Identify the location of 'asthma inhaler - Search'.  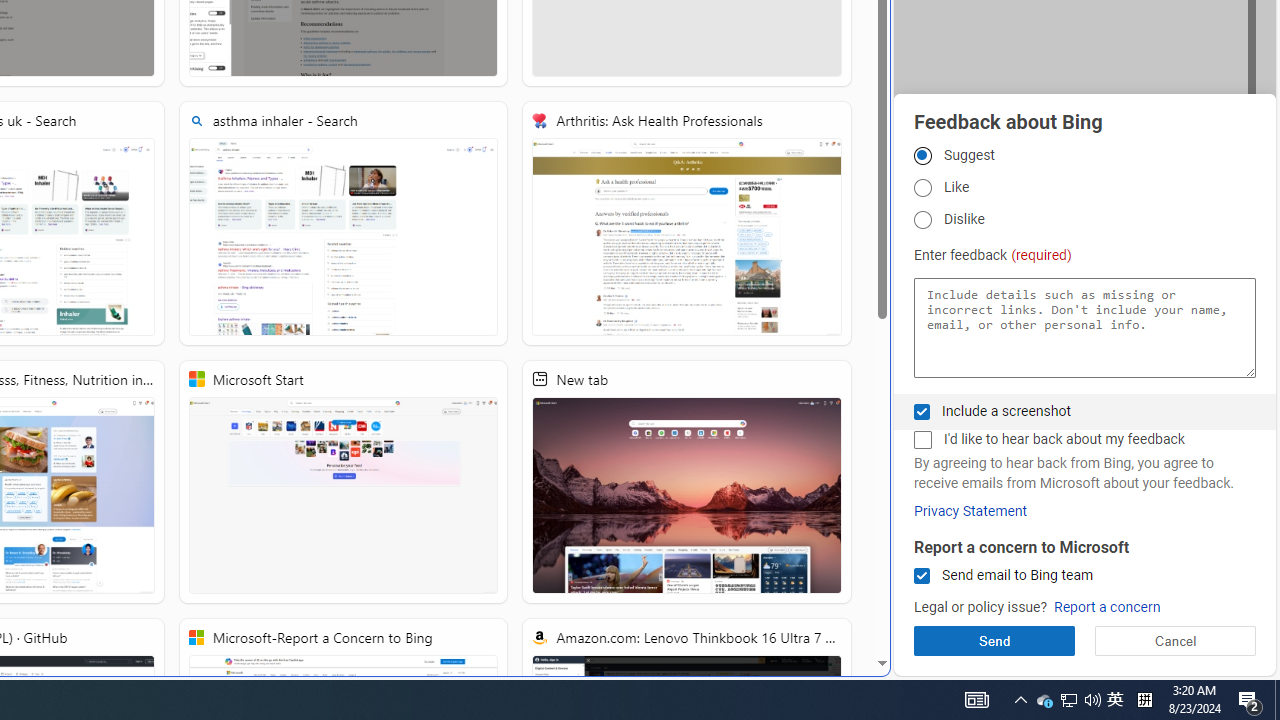
(343, 223).